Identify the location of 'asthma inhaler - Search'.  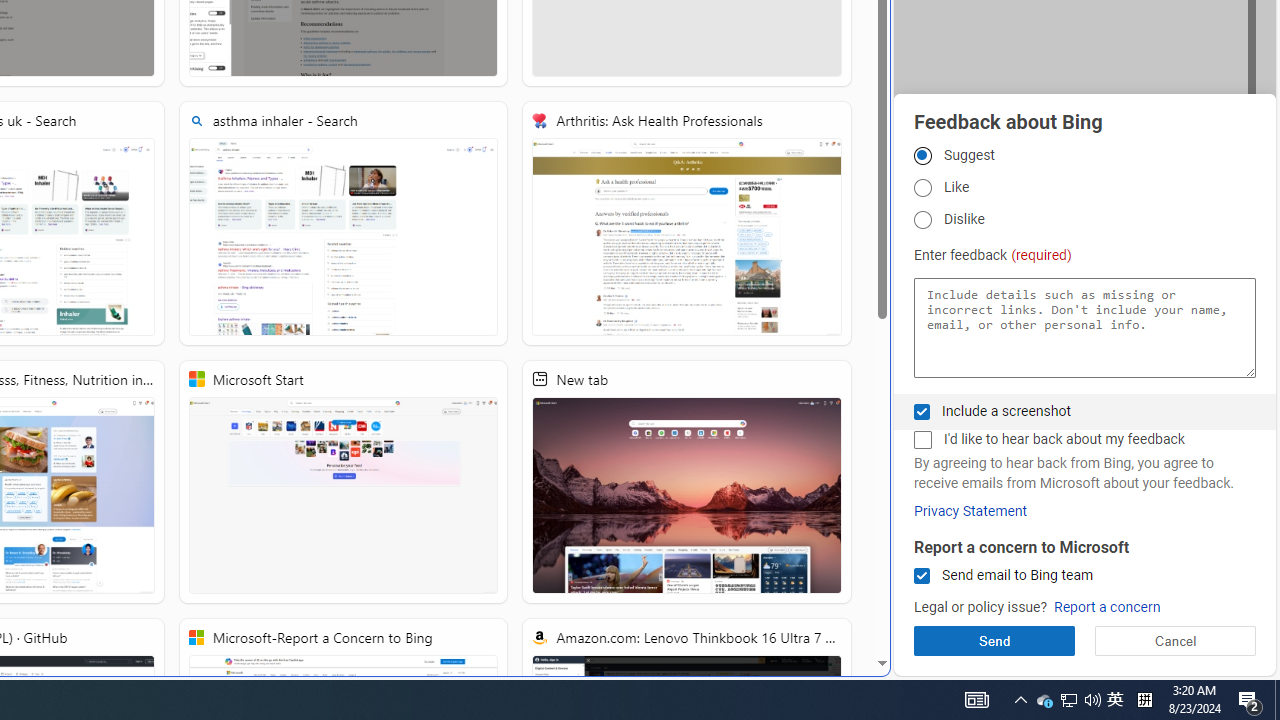
(343, 223).